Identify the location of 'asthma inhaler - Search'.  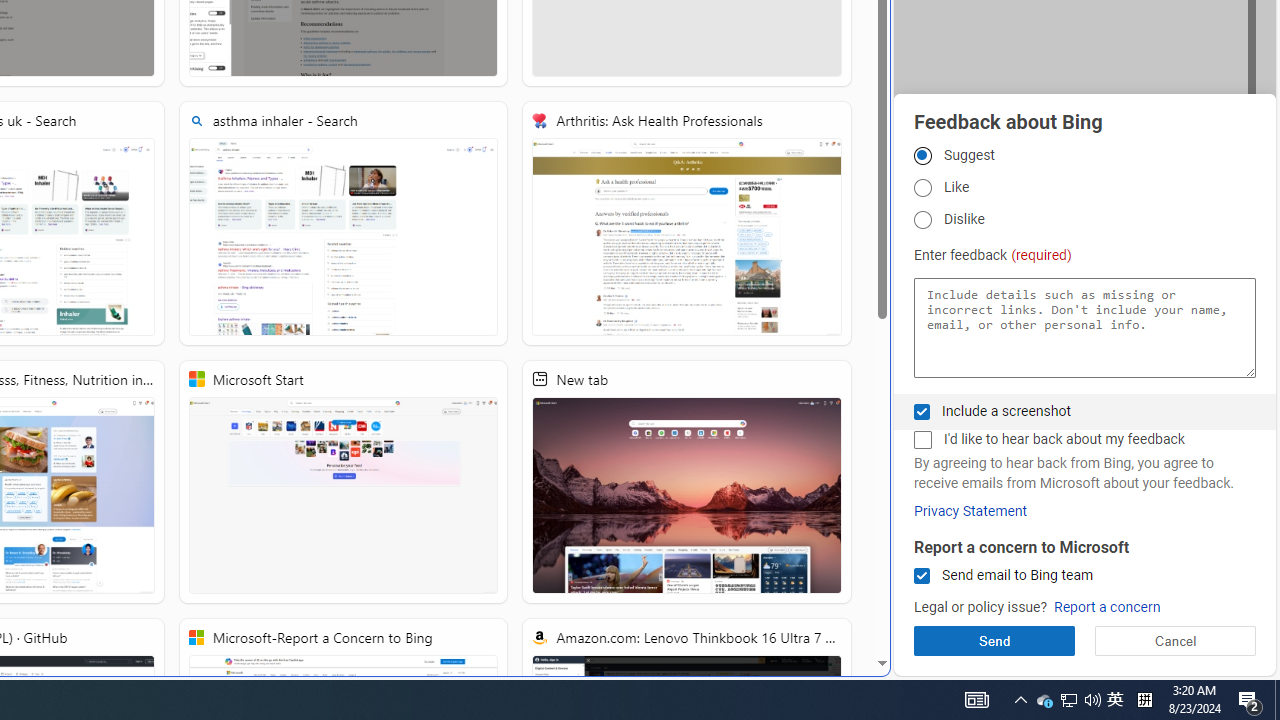
(343, 223).